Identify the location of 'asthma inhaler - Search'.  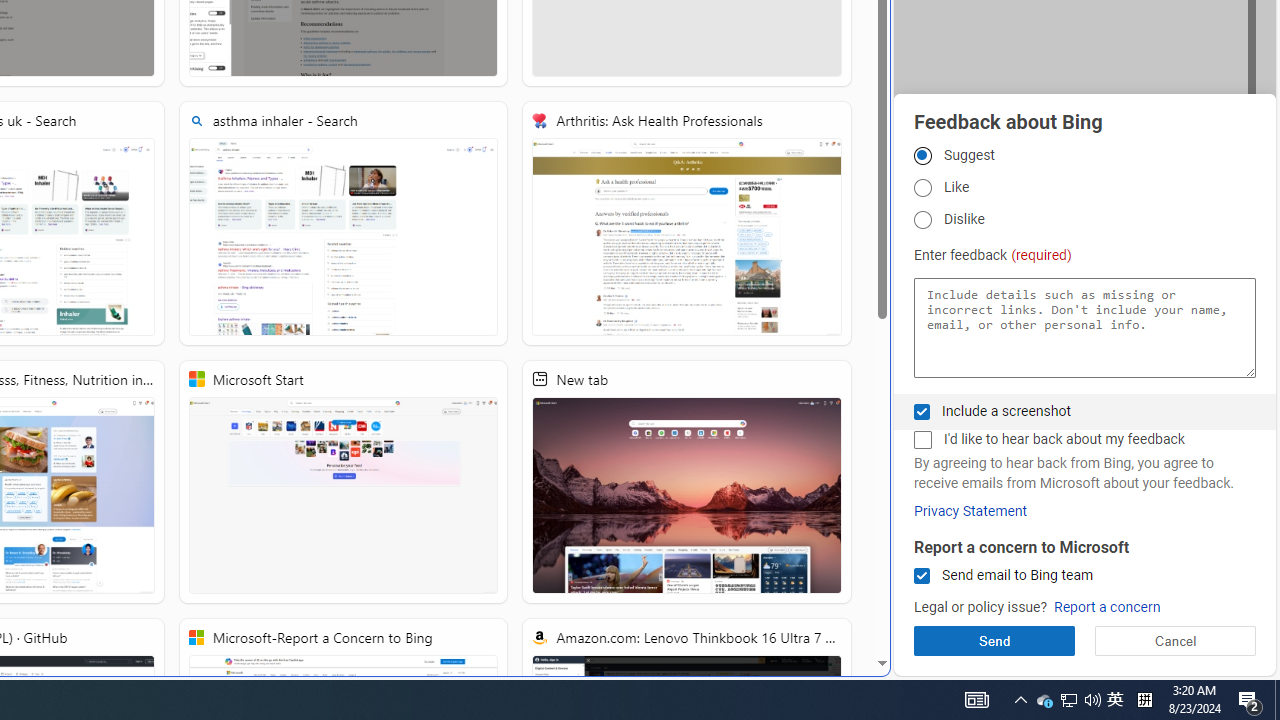
(343, 223).